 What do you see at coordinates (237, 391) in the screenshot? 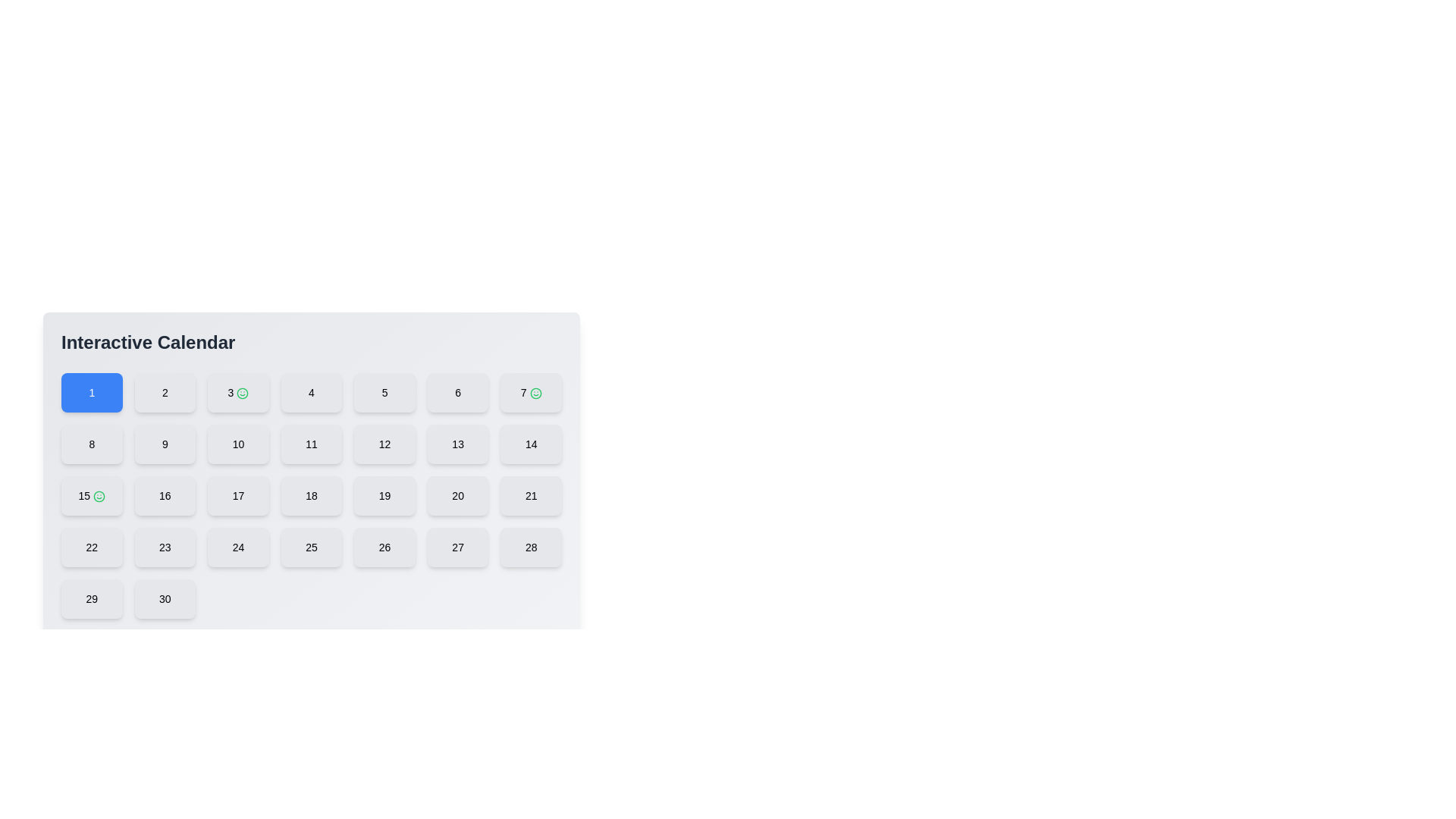
I see `the button containing the number '3' and a small green smiley face icon` at bounding box center [237, 391].